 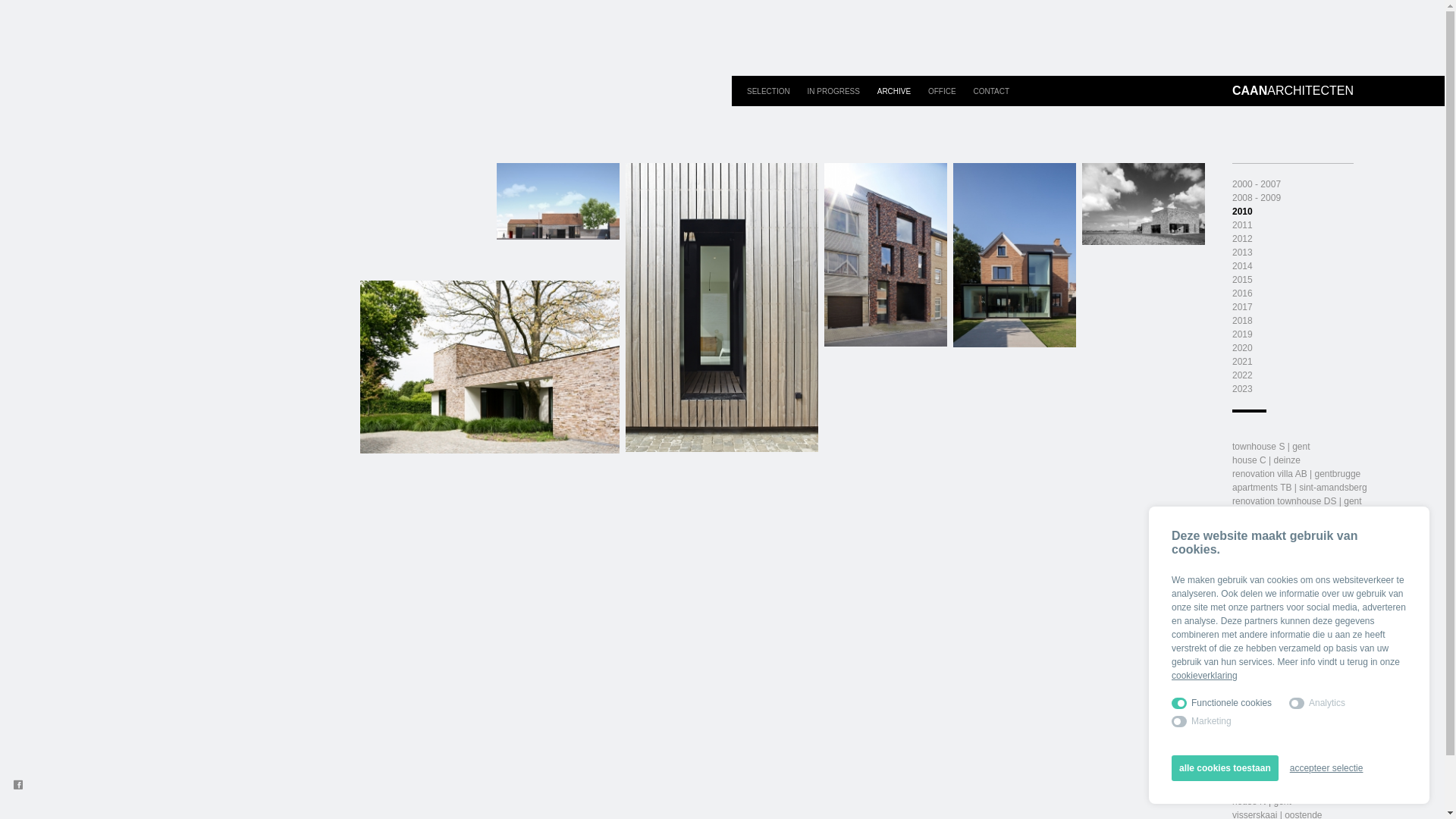 What do you see at coordinates (1242, 307) in the screenshot?
I see `'2017'` at bounding box center [1242, 307].